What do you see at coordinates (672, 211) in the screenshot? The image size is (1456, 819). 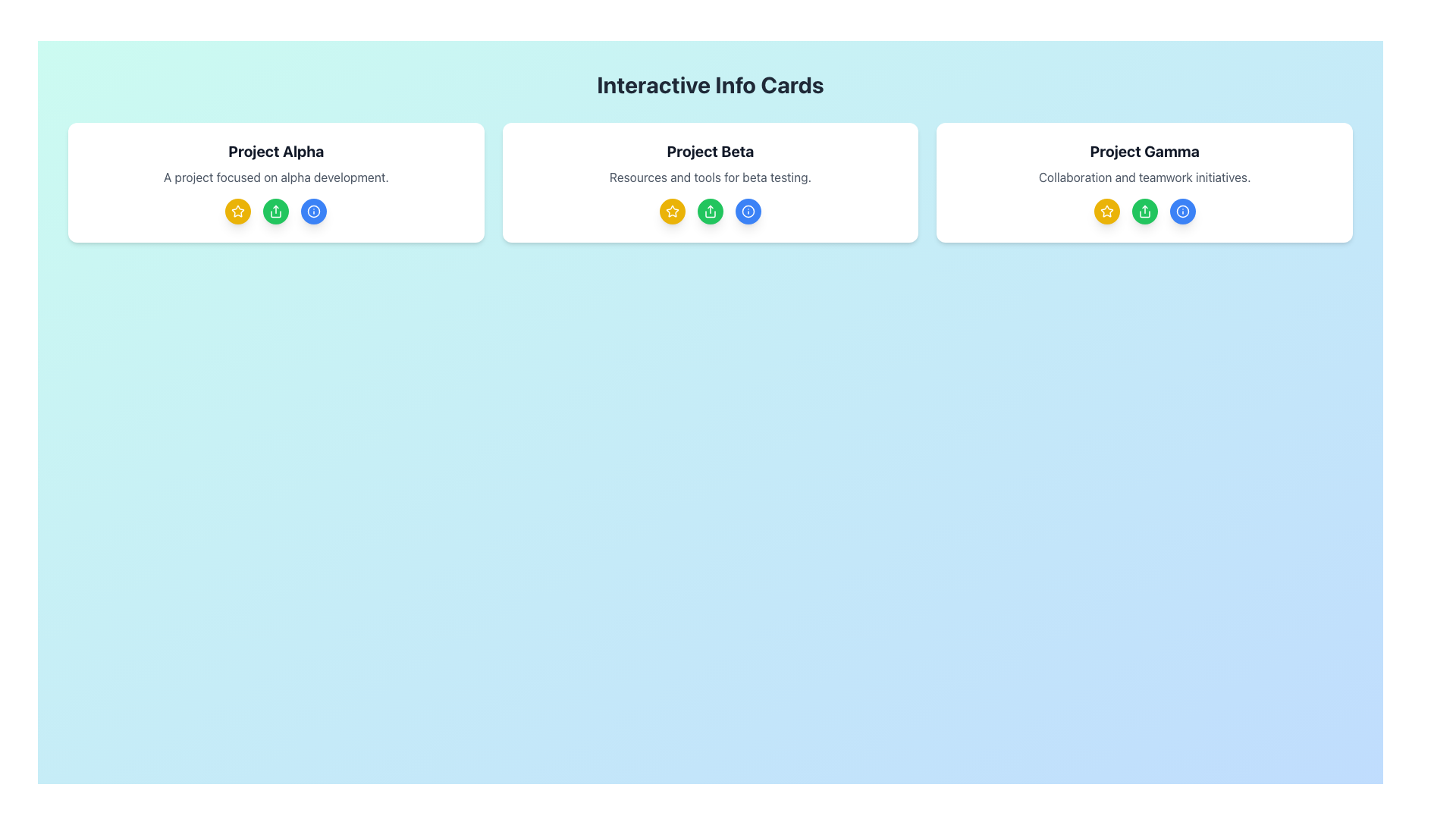 I see `the star icon button for the 'Project Beta' card, which is the leftmost icon in a row of three interactive icons beneath the card` at bounding box center [672, 211].